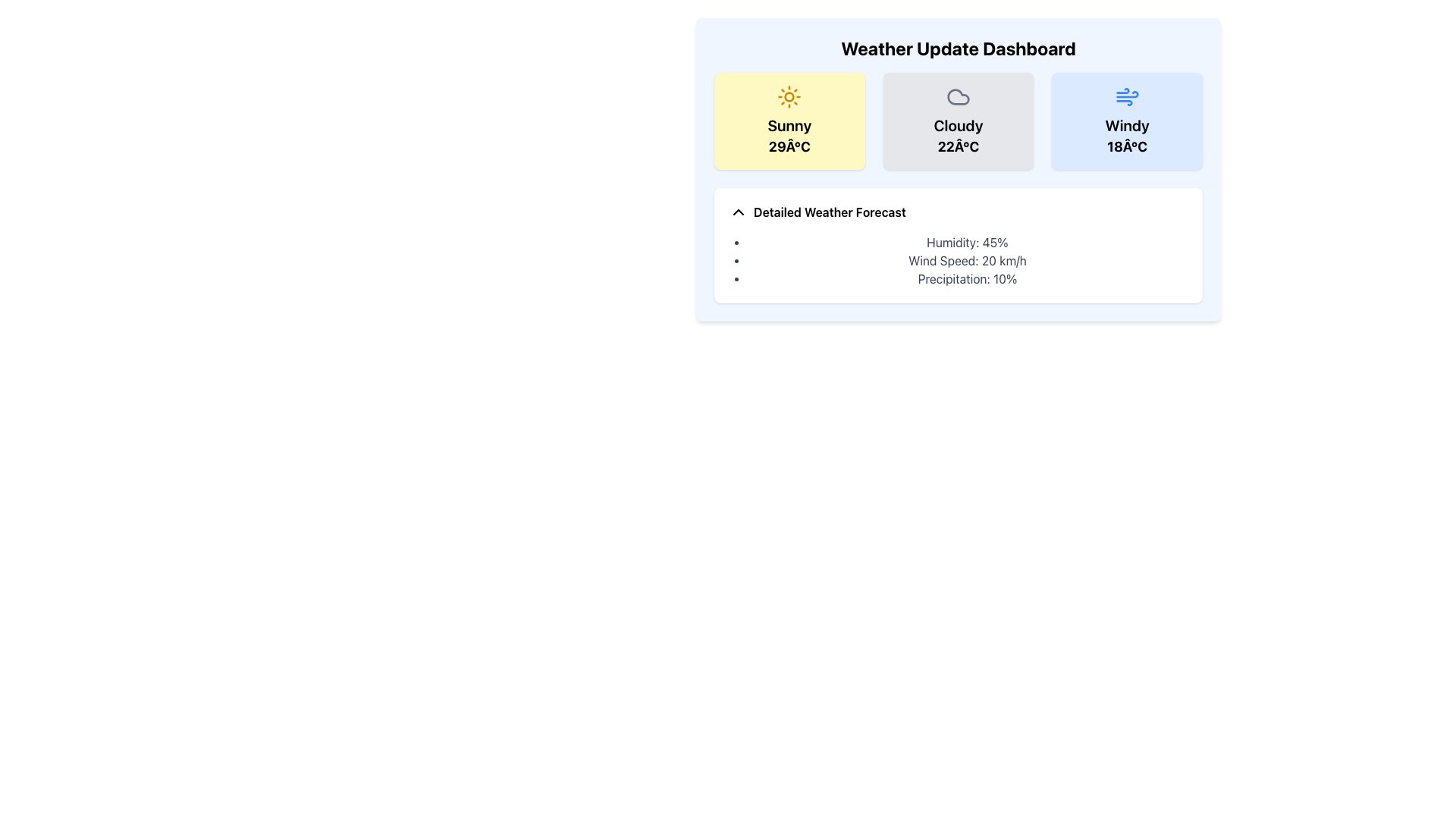 This screenshot has height=819, width=1456. I want to click on the temperature display (18°C) text label located below the 'Windy' label in the third weather card of the 'Weather Update Dashboard', so click(1127, 146).